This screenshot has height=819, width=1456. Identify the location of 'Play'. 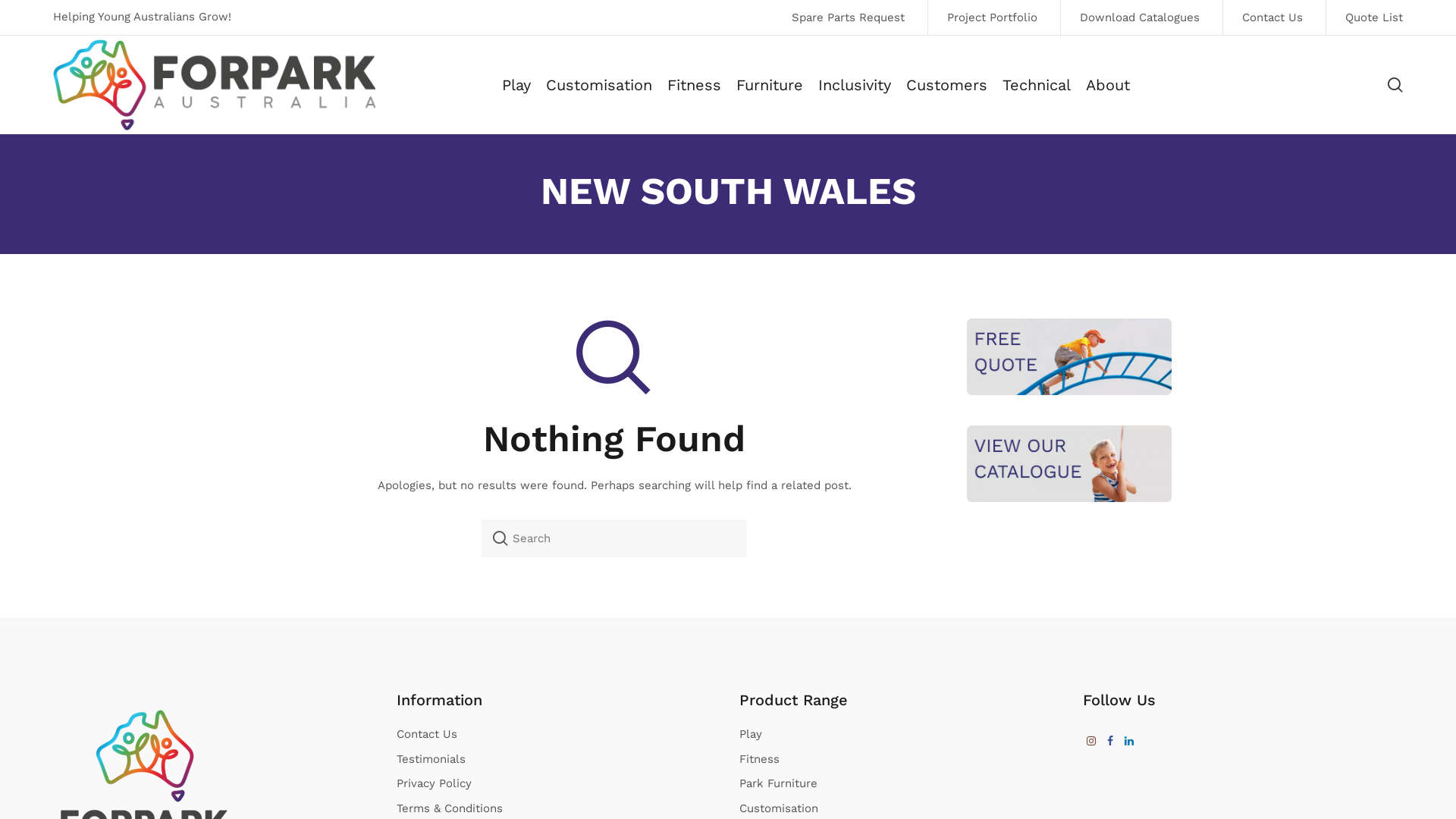
(516, 84).